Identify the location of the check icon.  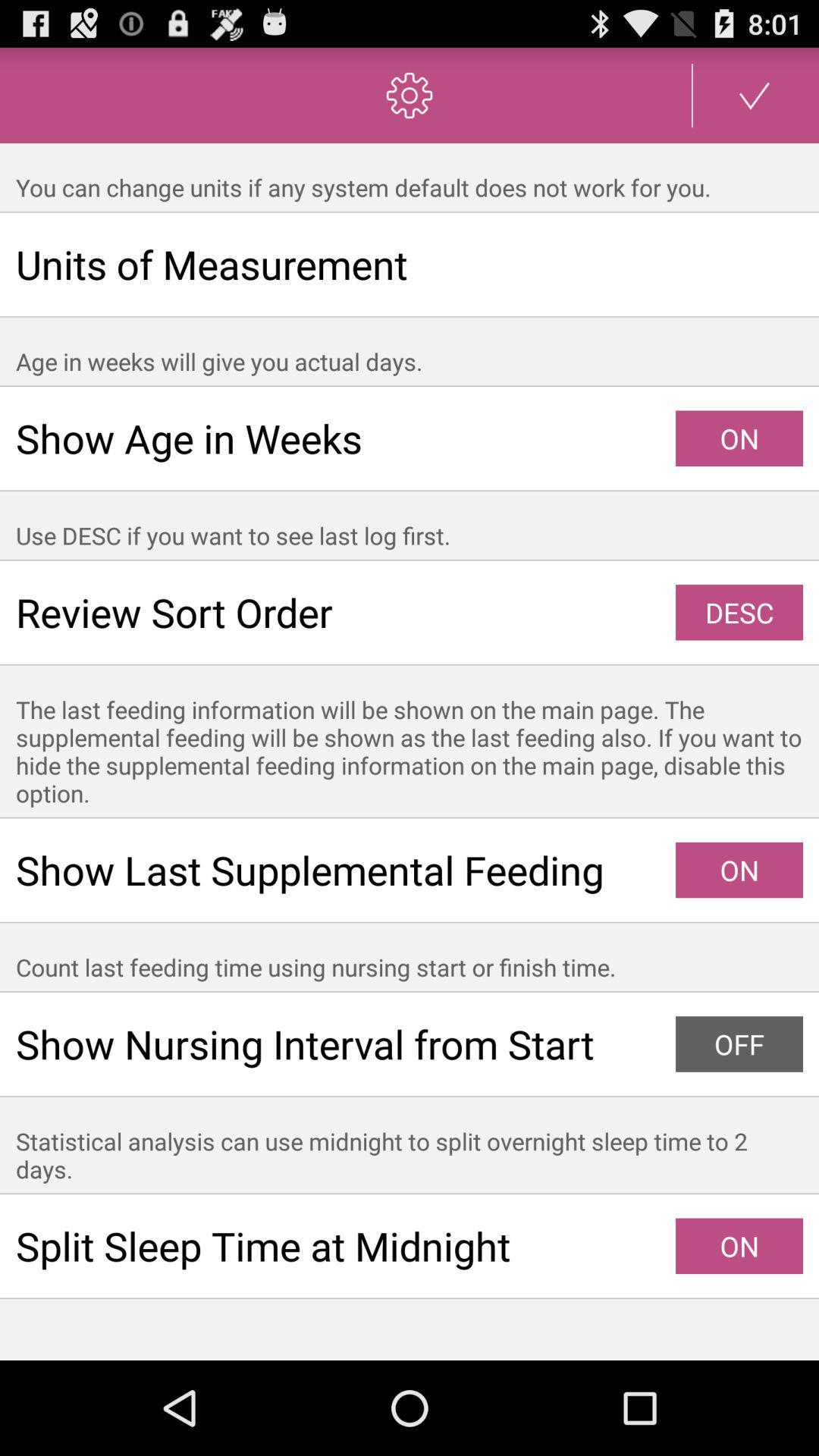
(755, 101).